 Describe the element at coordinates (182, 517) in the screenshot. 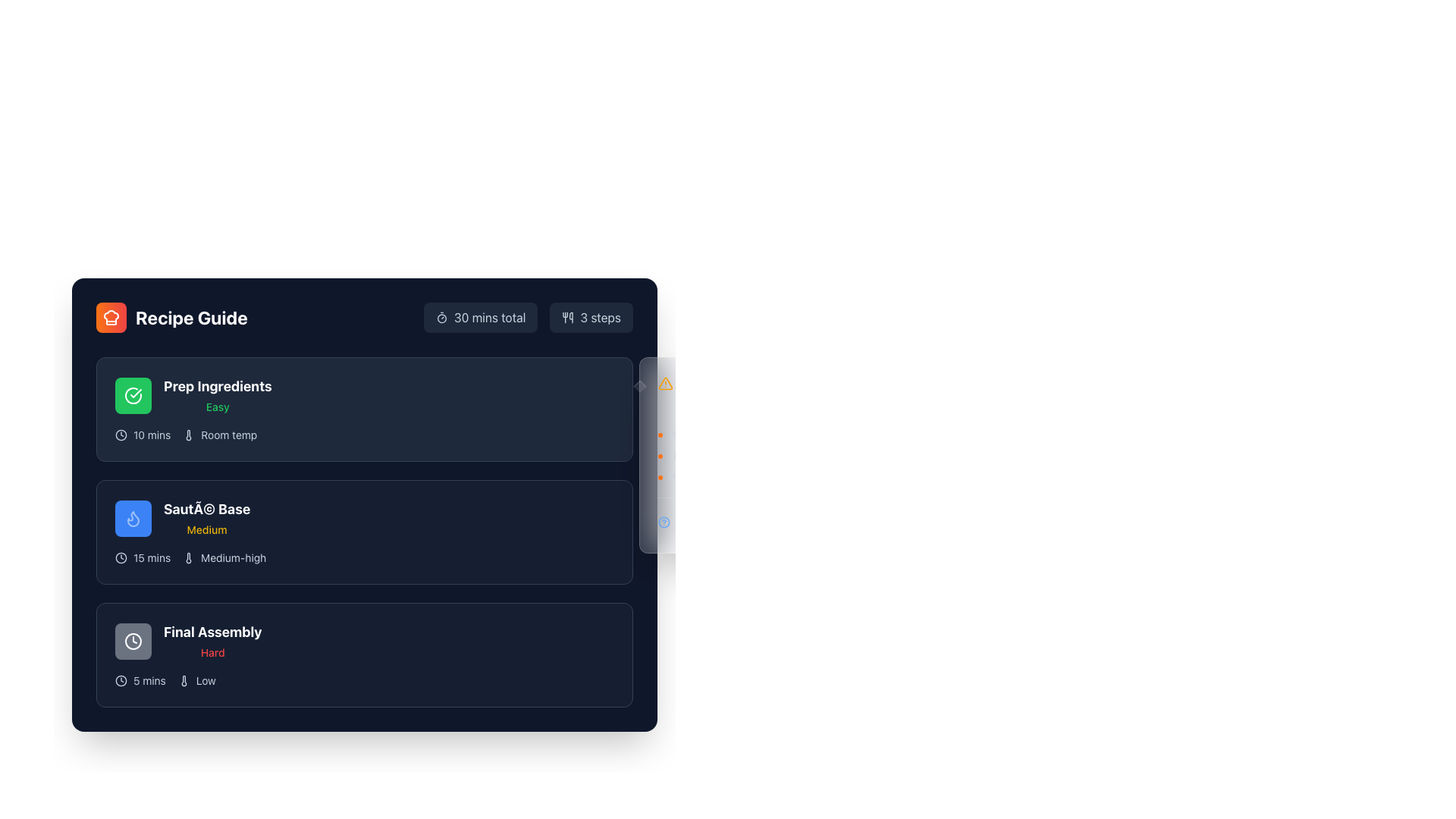

I see `displayed text of the Text Label that indicates the step 'Sauté Base' with a difficulty level of 'Medium', positioned between 'Prep Ingredients' and 'Final Assembly'` at that location.